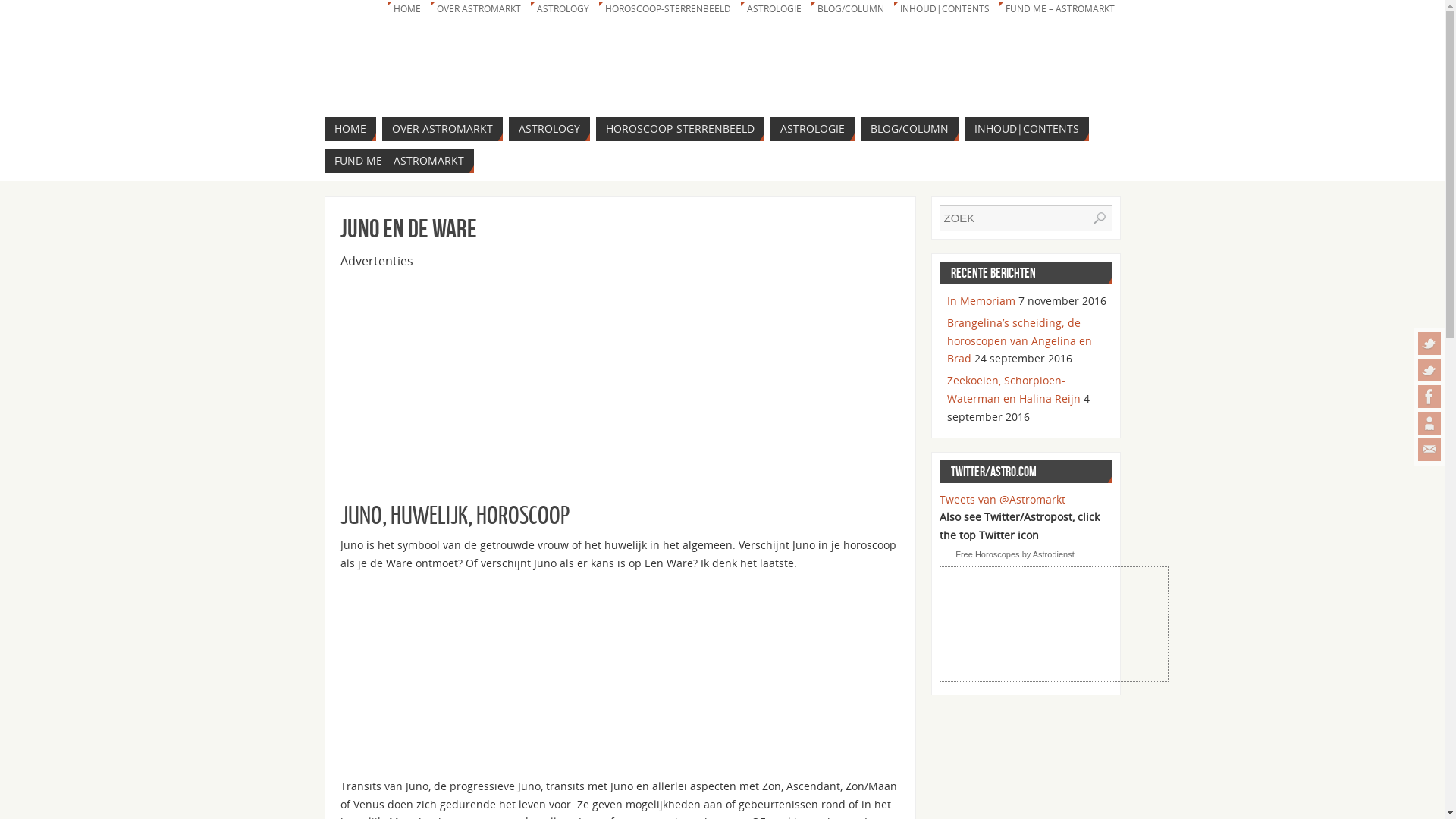 The image size is (1456, 819). I want to click on 'ASTROLOGY', so click(560, 8).